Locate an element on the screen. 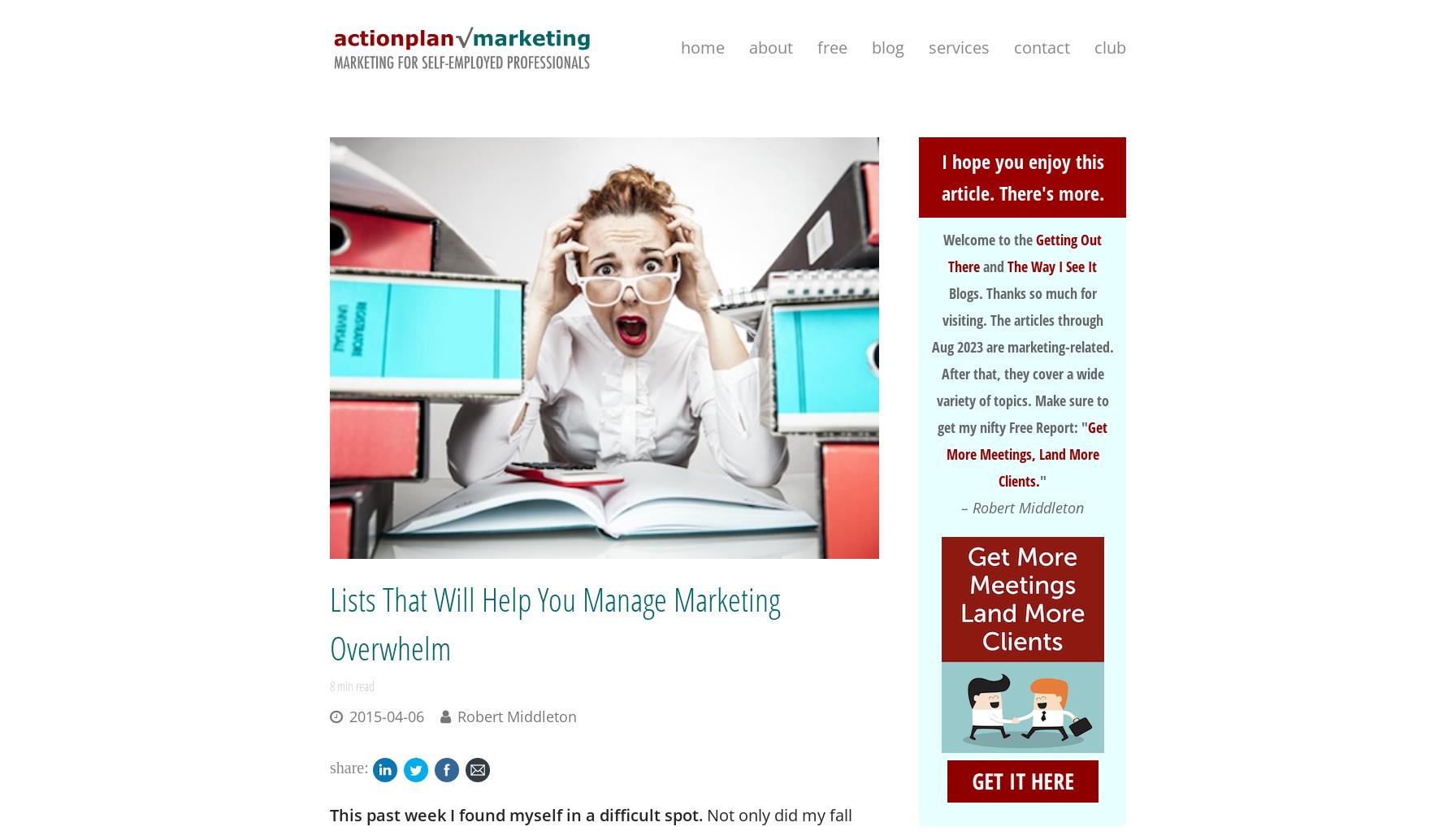 Image resolution: width=1456 pixels, height=831 pixels. '"' is located at coordinates (1042, 479).